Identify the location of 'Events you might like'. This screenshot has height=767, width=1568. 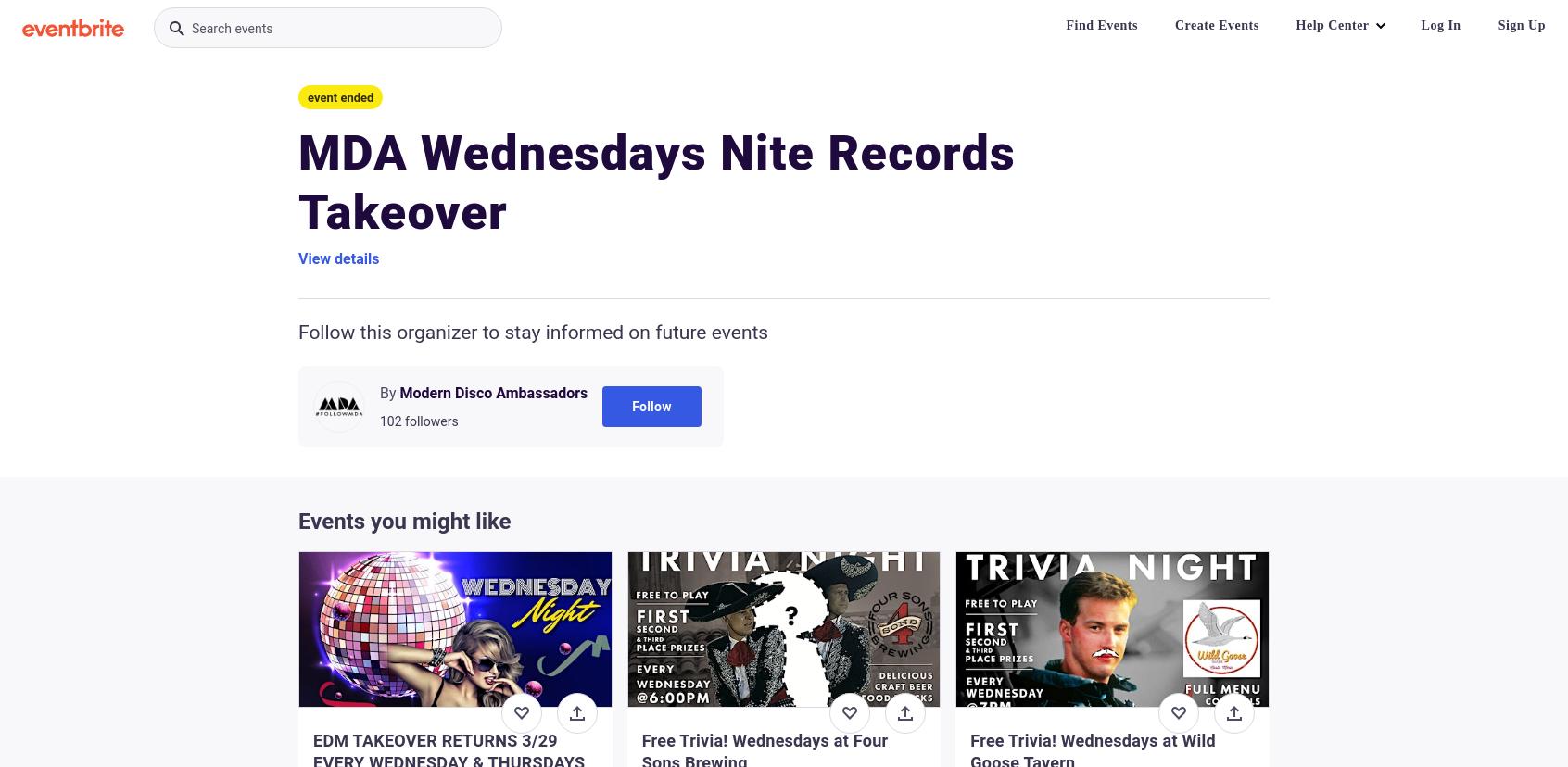
(403, 522).